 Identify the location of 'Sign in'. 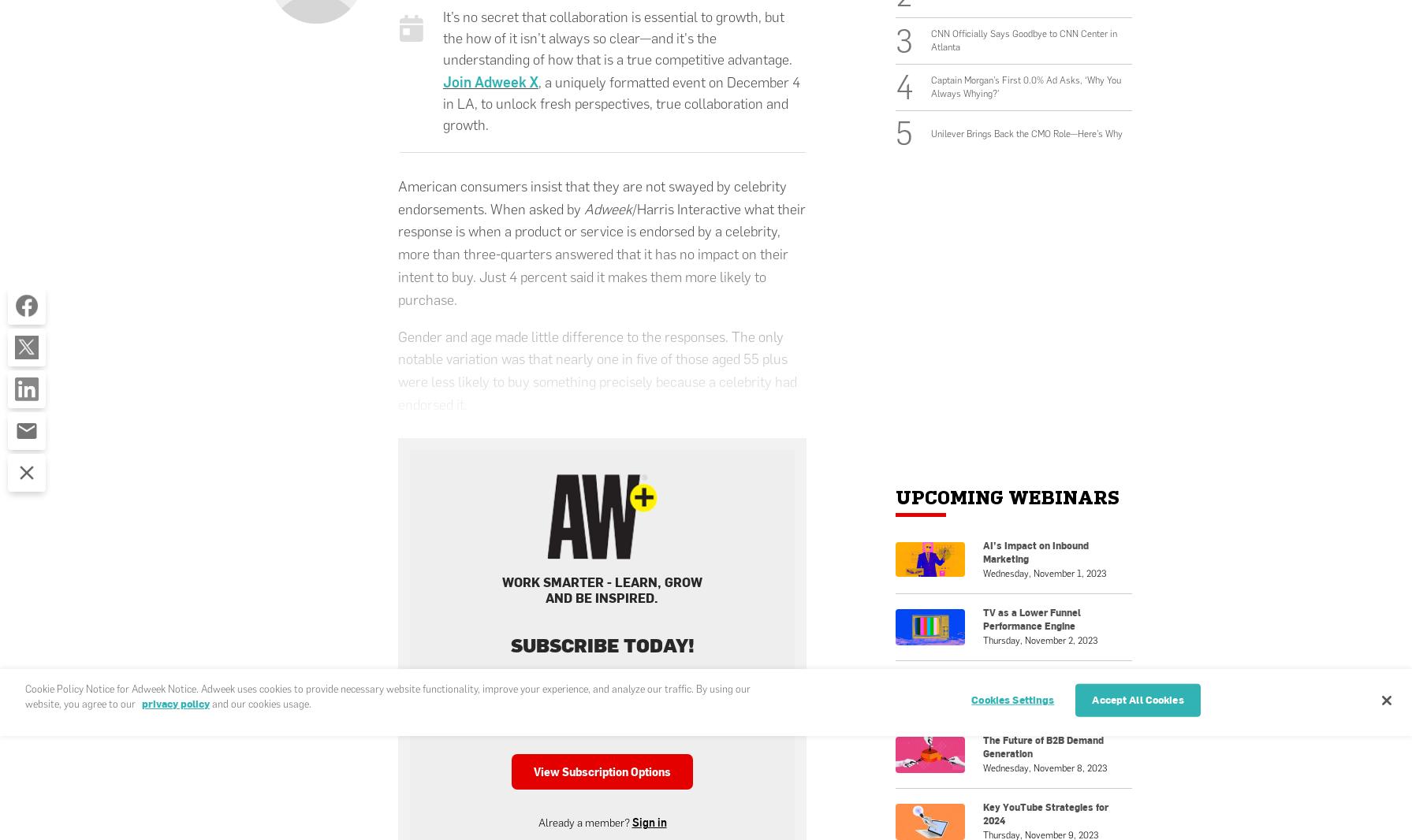
(648, 822).